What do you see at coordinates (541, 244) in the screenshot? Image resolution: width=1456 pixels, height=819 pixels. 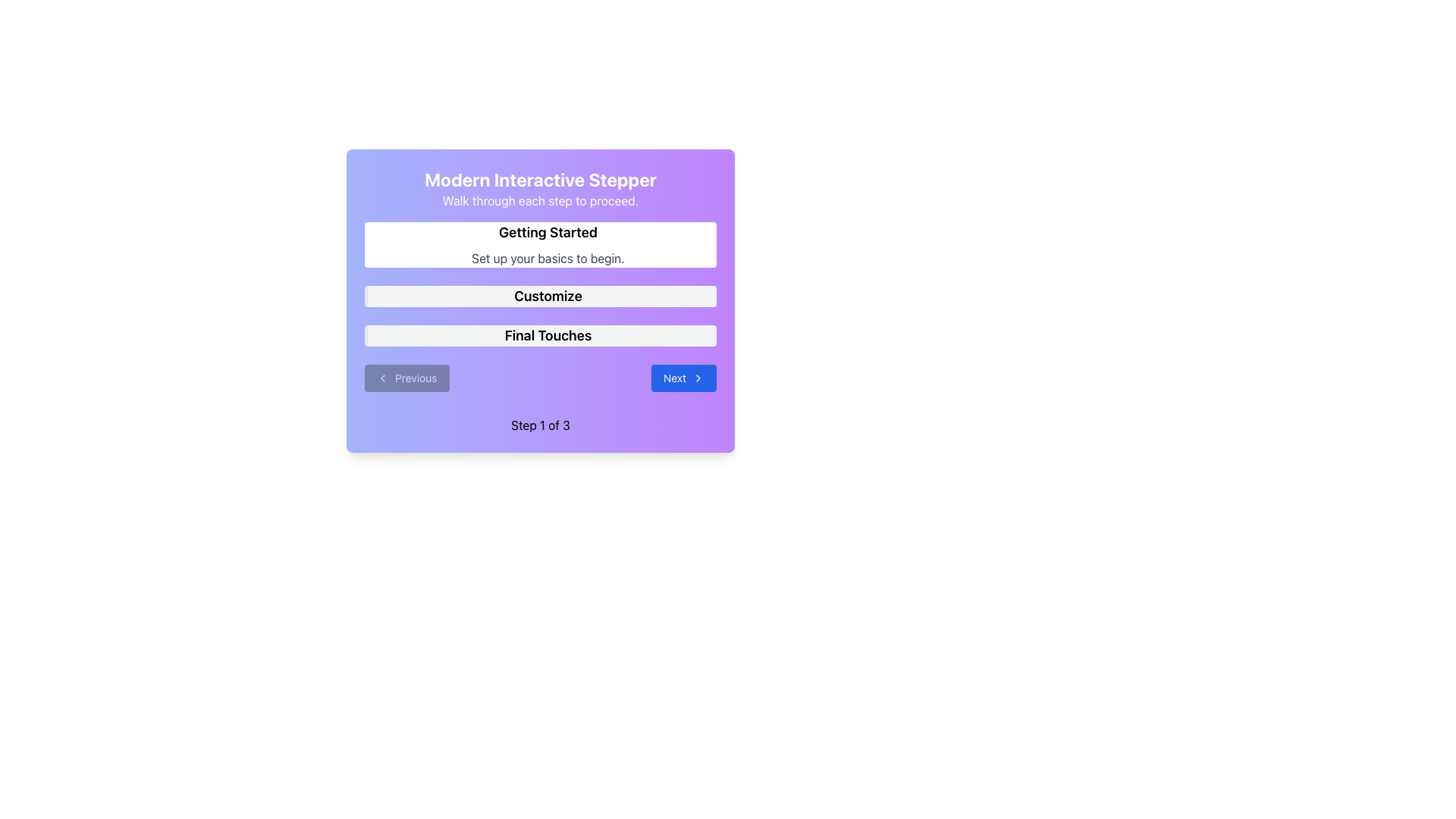 I see `the 'Getting Started' textual header block, which features bold text in larger font and a lighter subtitle, located above 'Customize' and 'Final Touches'` at bounding box center [541, 244].